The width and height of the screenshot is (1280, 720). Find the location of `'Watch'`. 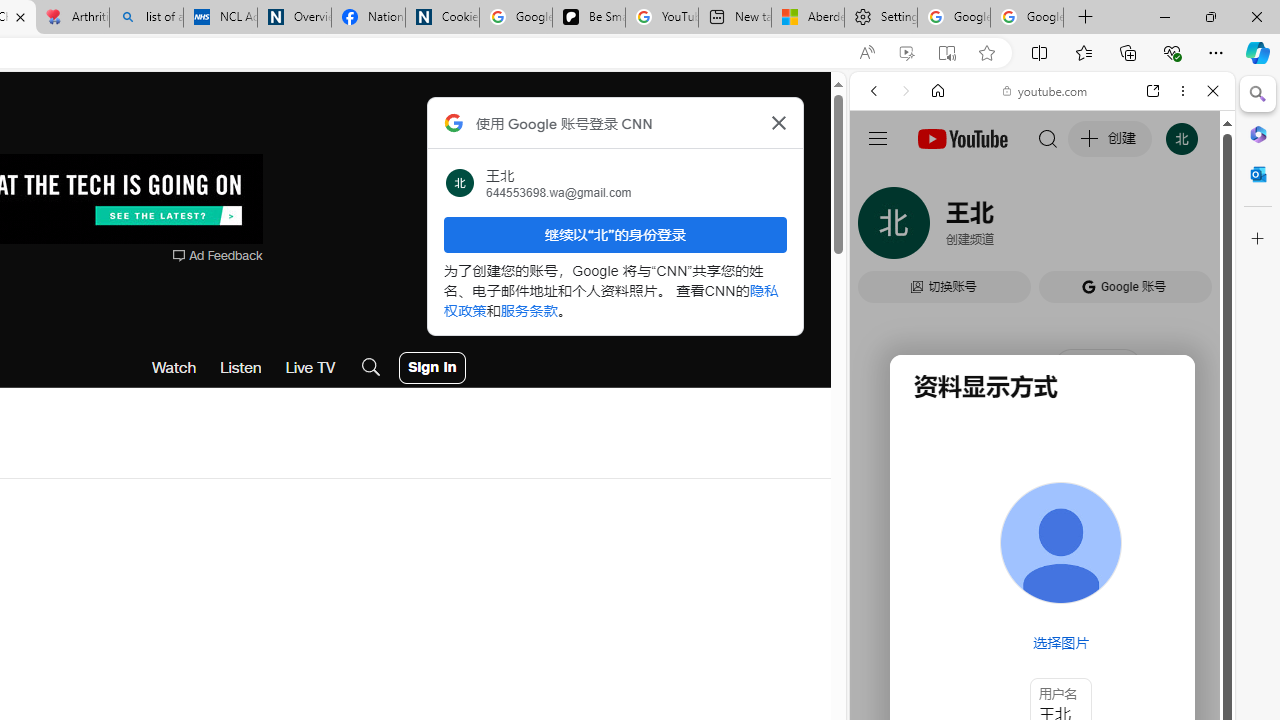

'Watch' is located at coordinates (174, 367).